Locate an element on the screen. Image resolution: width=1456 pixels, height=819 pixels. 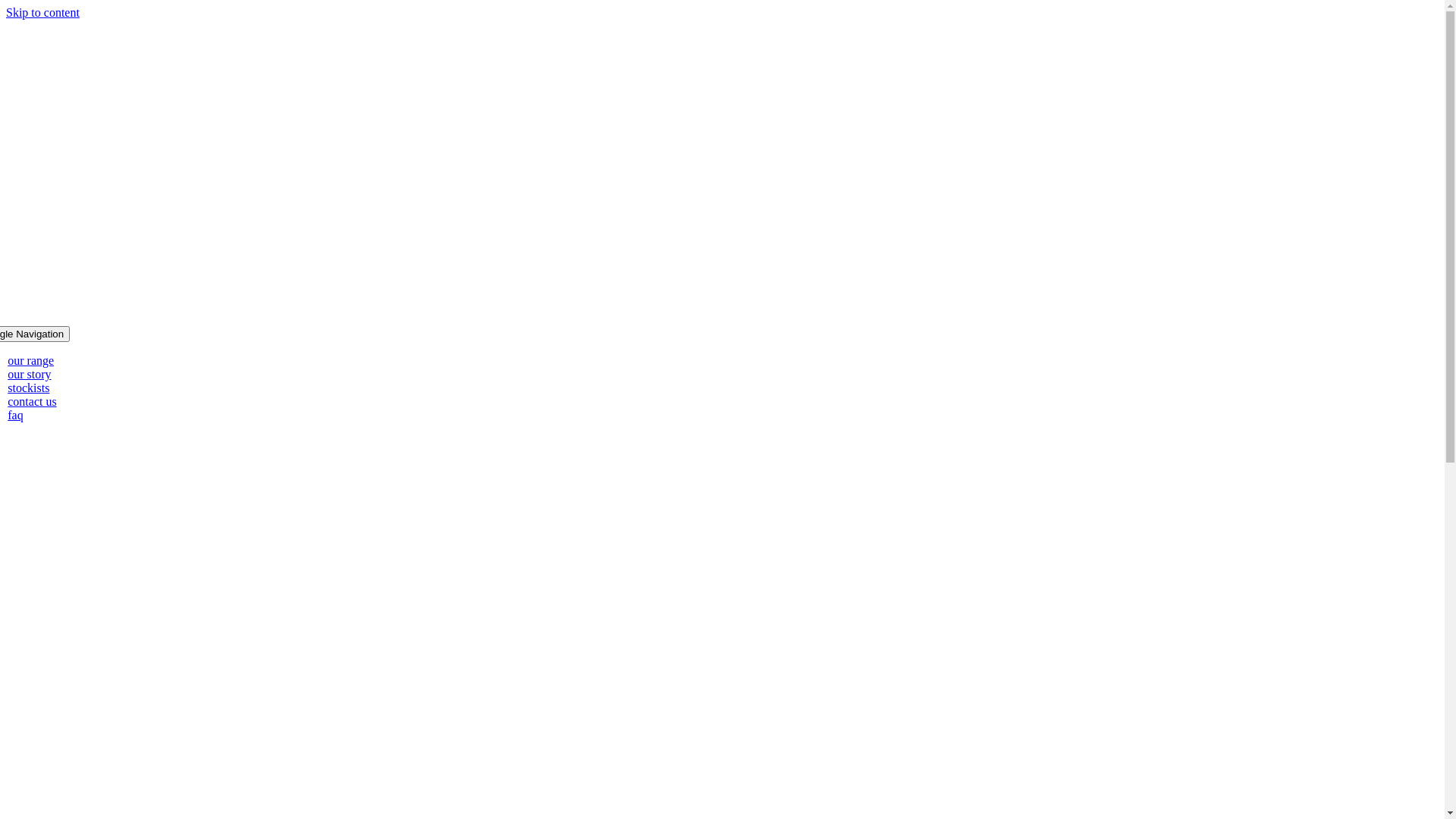
'our range' is located at coordinates (7, 360).